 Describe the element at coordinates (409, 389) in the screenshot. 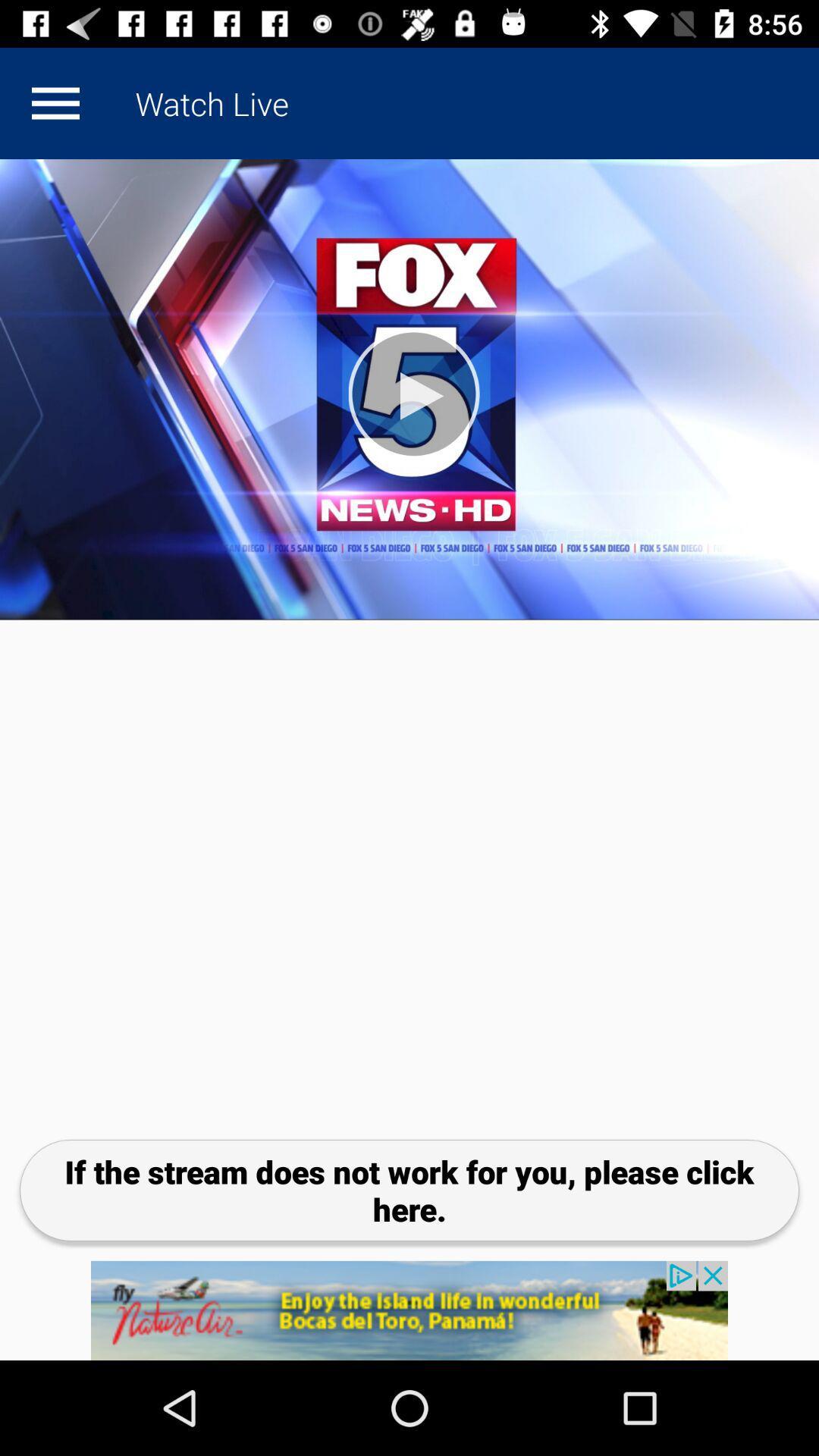

I see `play` at that location.